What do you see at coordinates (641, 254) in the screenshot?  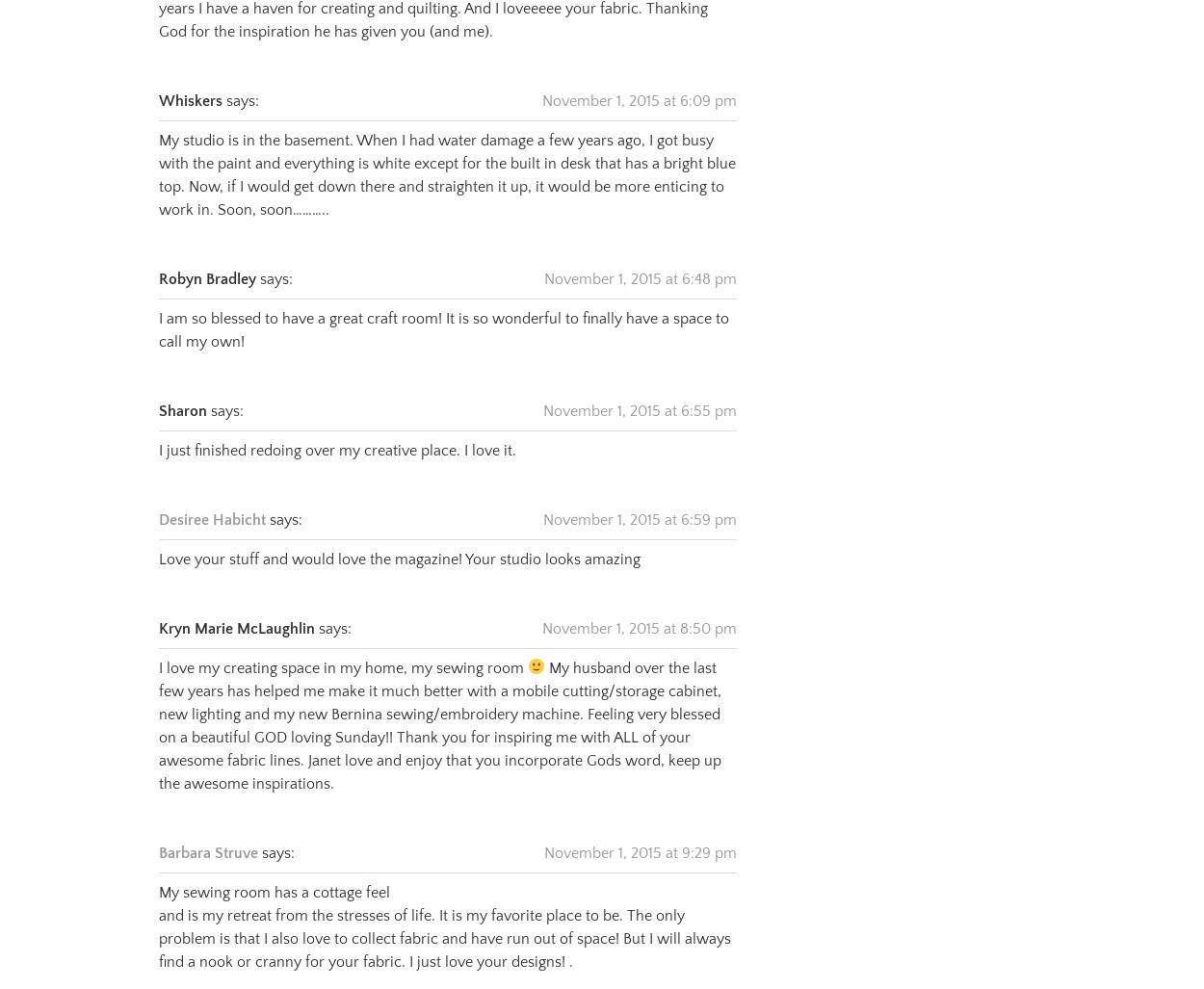 I see `'November 1, 2015 at 6:48 pm'` at bounding box center [641, 254].